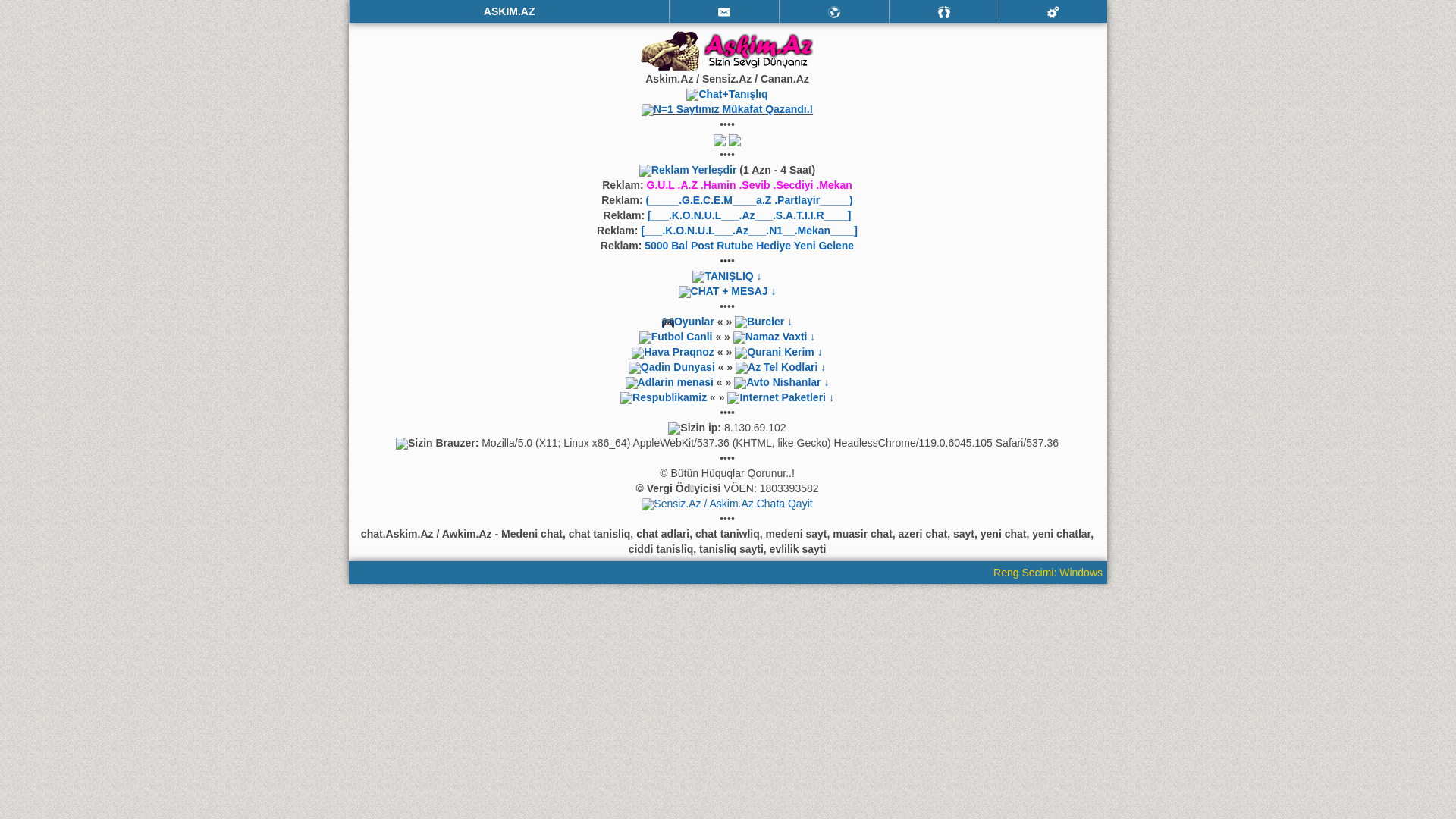 This screenshot has height=819, width=1456. What do you see at coordinates (678, 351) in the screenshot?
I see `'Hava Praqnoz'` at bounding box center [678, 351].